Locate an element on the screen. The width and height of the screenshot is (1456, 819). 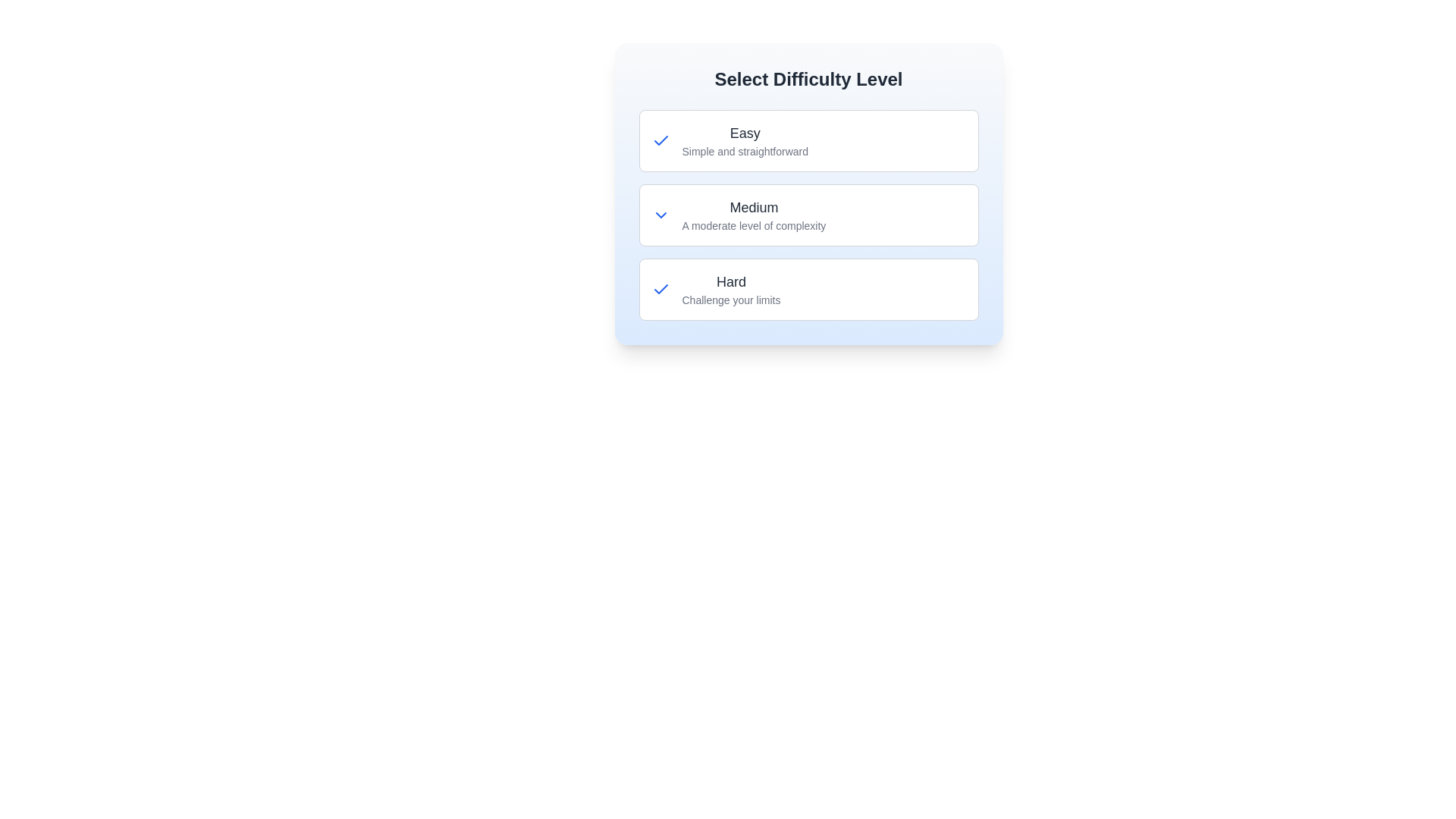
the 'Easy' difficulty level option in the list is located at coordinates (808, 140).